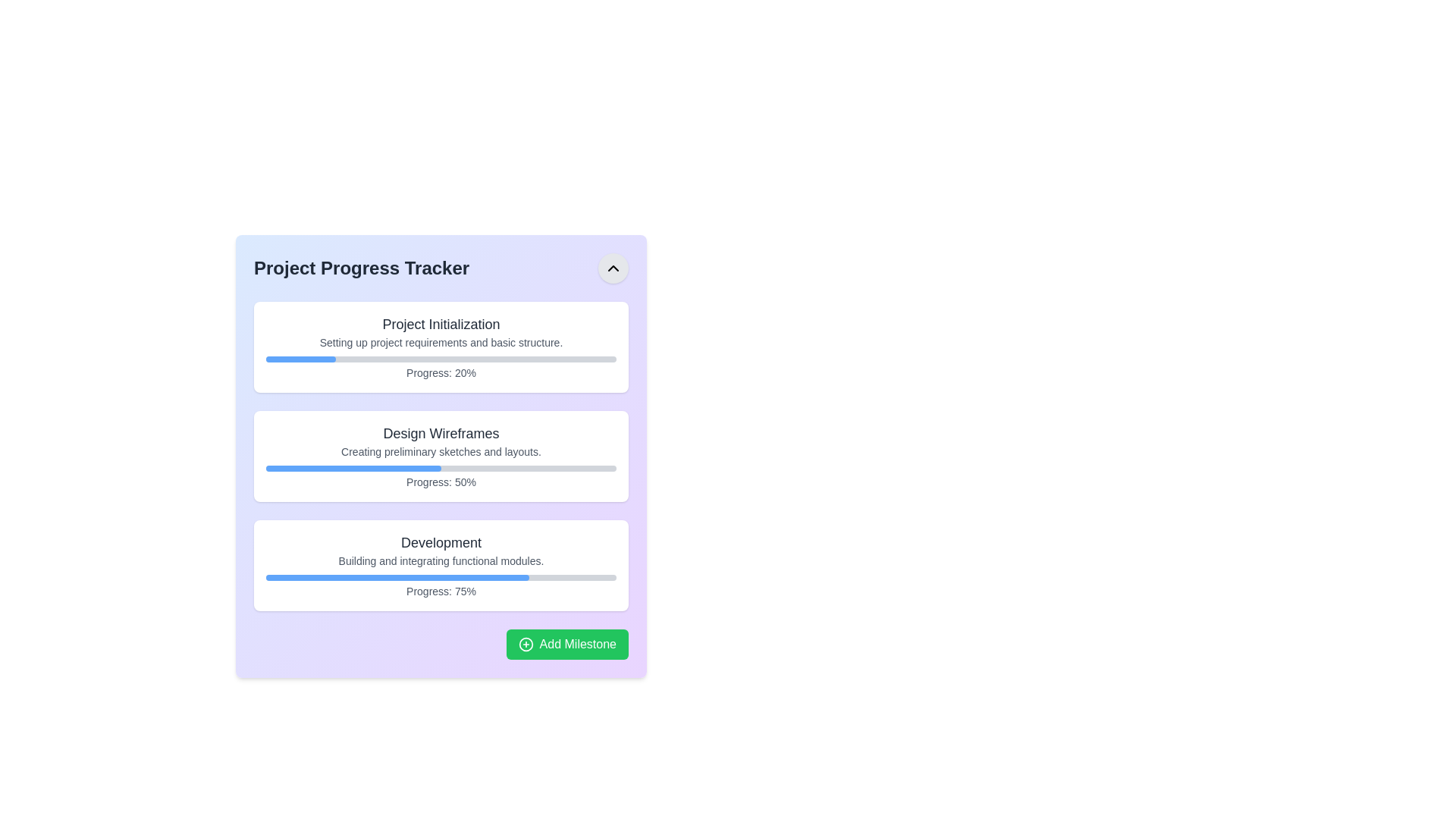 This screenshot has width=1456, height=819. What do you see at coordinates (613, 268) in the screenshot?
I see `the circular button with a light gray background and a black upward-pointing chevron icon at the center to initiate the collapse action` at bounding box center [613, 268].